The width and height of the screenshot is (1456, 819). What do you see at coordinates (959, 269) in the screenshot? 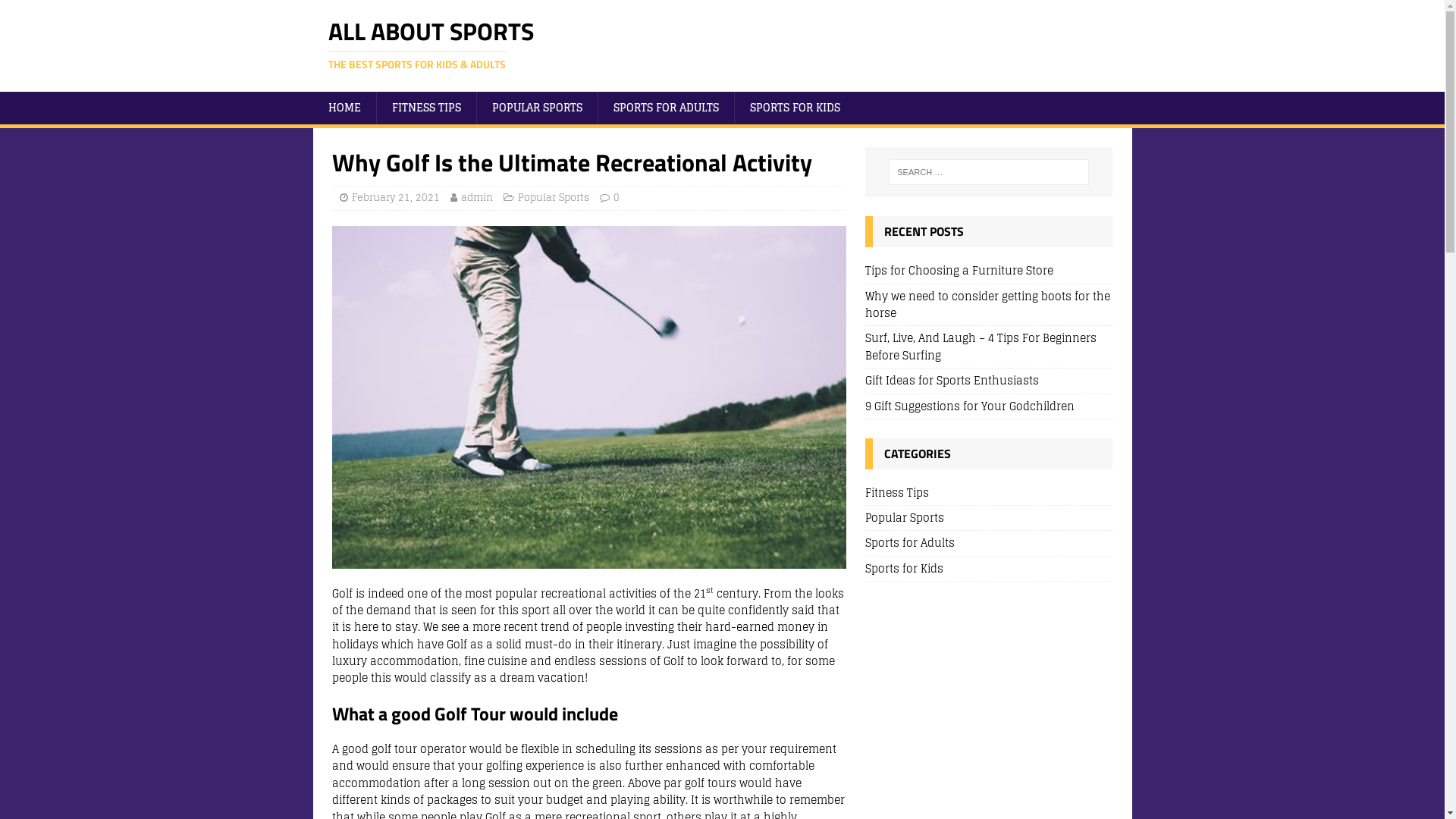
I see `'Tips for Choosing a Furniture Store'` at bounding box center [959, 269].